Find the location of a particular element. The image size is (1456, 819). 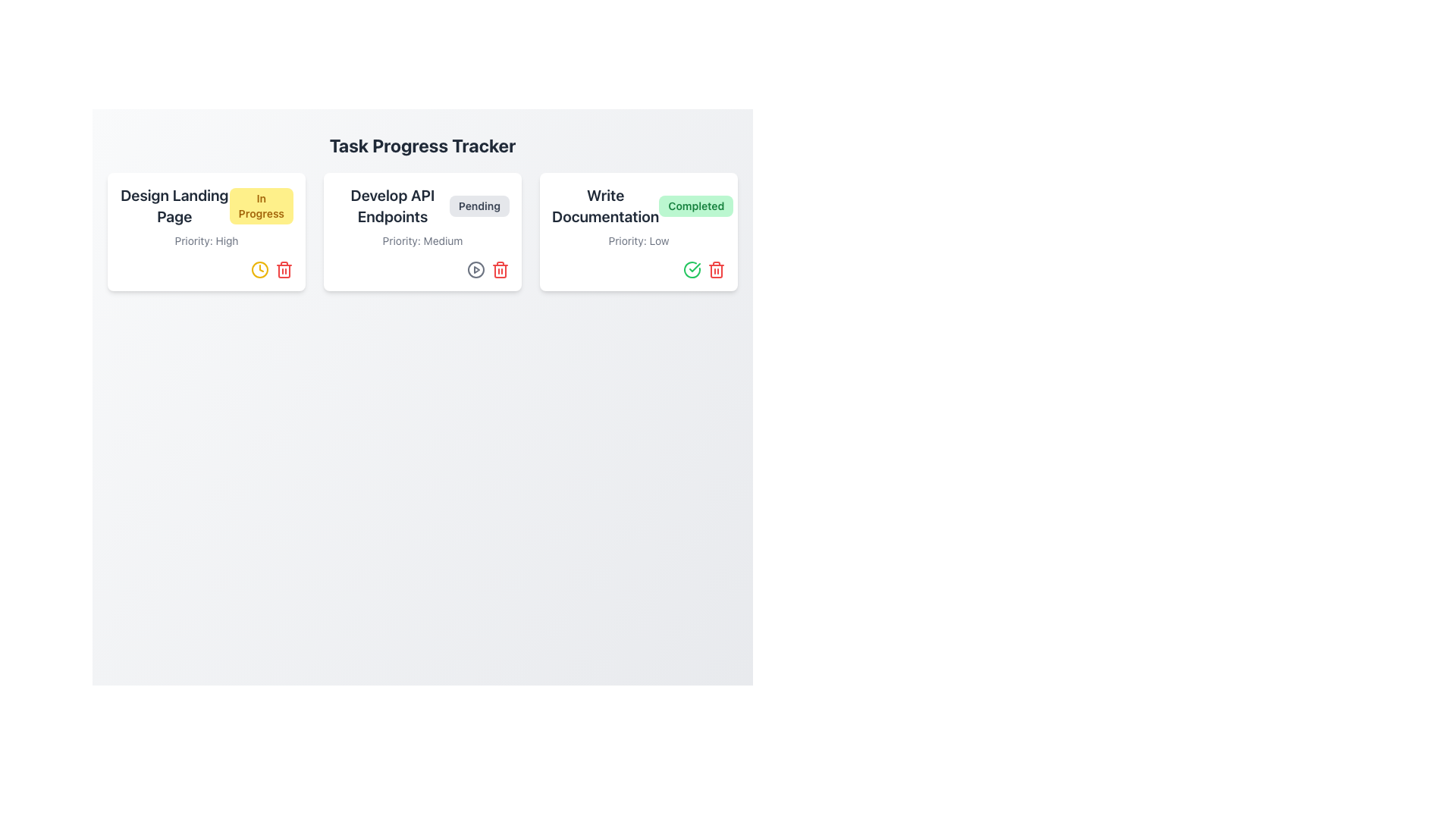

the 'Pending' status badge, which is a pill-shaped badge with a light gray background, located within the second card titled 'Develop API Endpoints.' is located at coordinates (479, 206).